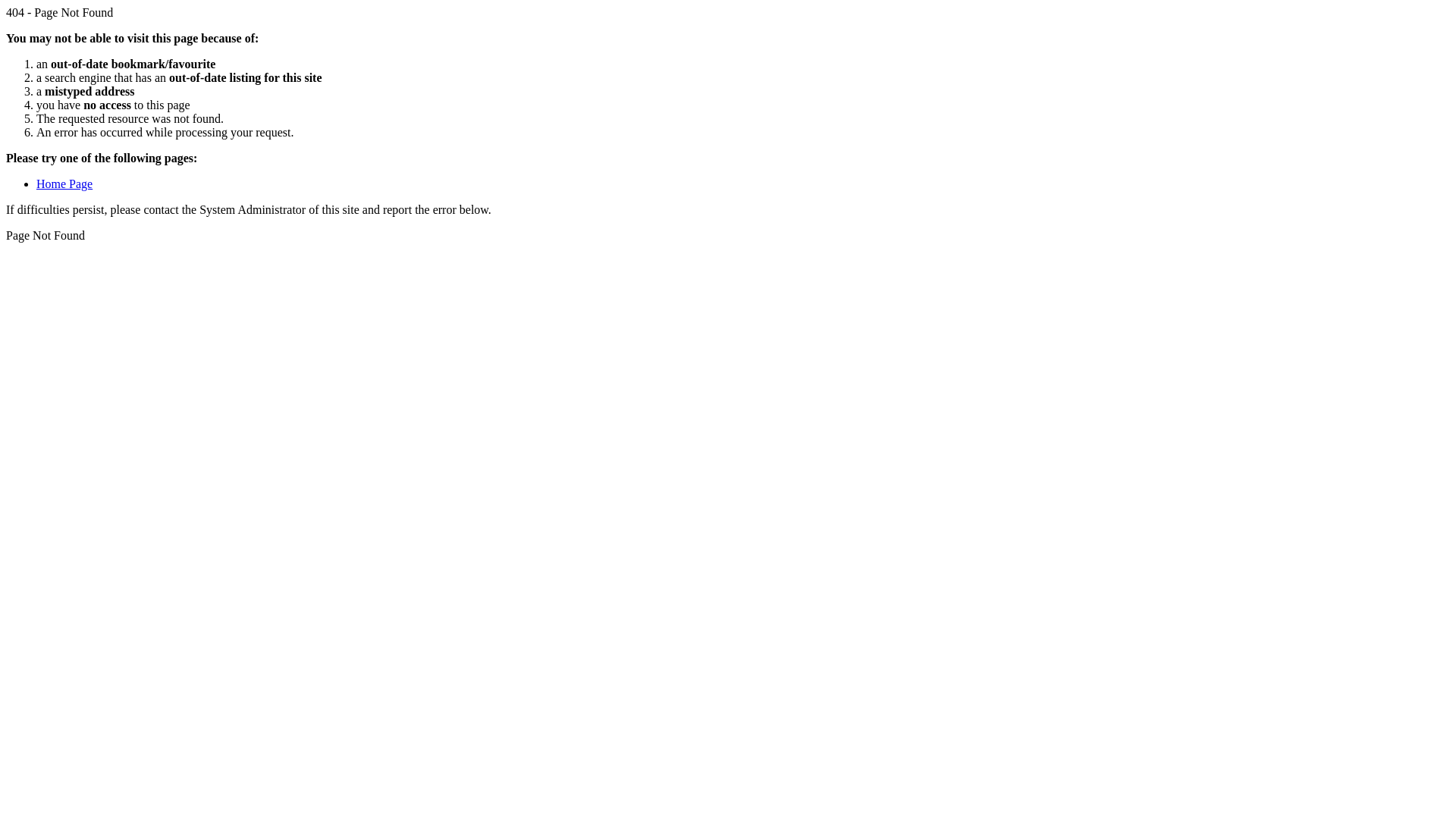  What do you see at coordinates (64, 183) in the screenshot?
I see `'Home Page'` at bounding box center [64, 183].